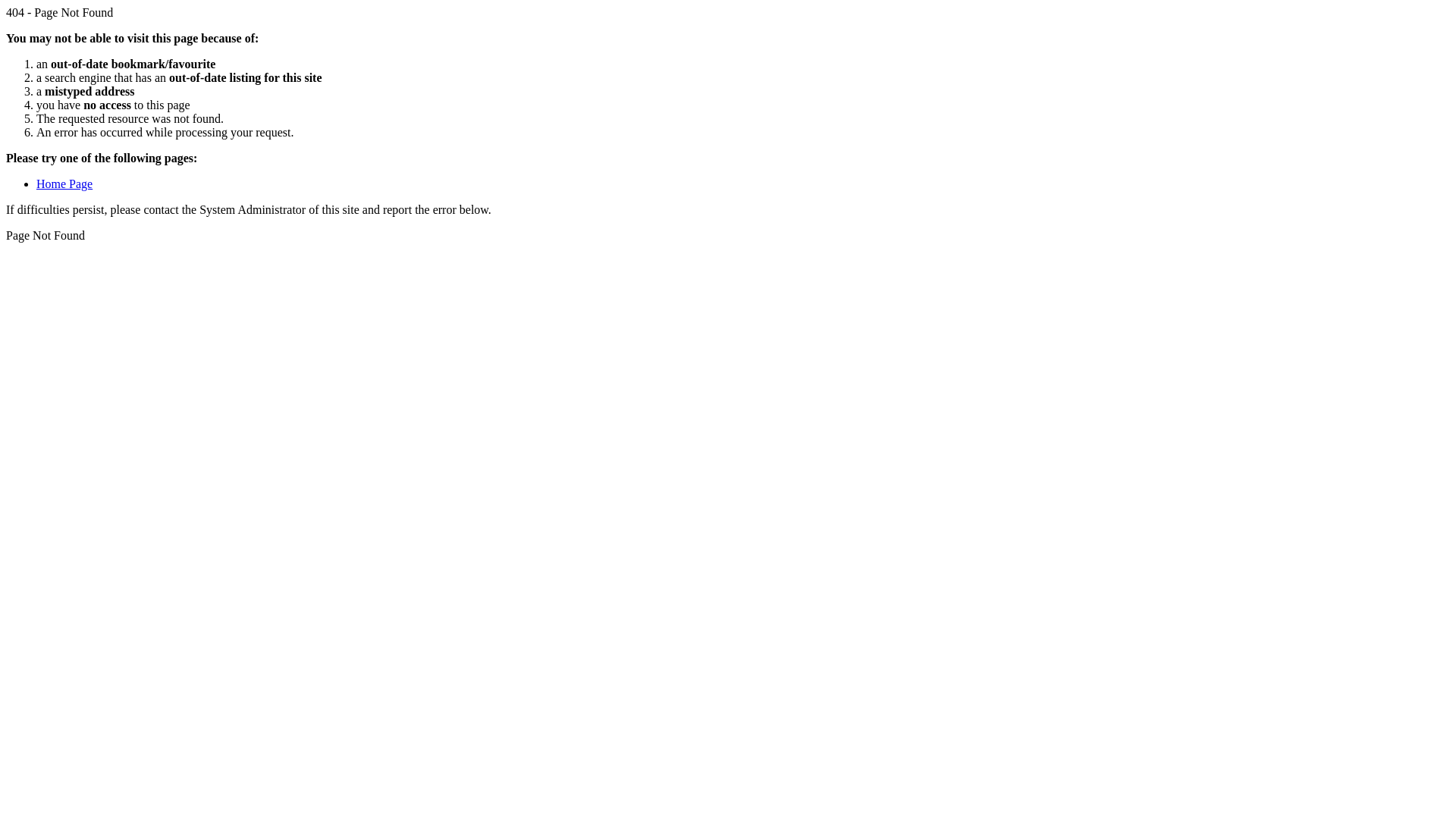  What do you see at coordinates (64, 183) in the screenshot?
I see `'Home Page'` at bounding box center [64, 183].